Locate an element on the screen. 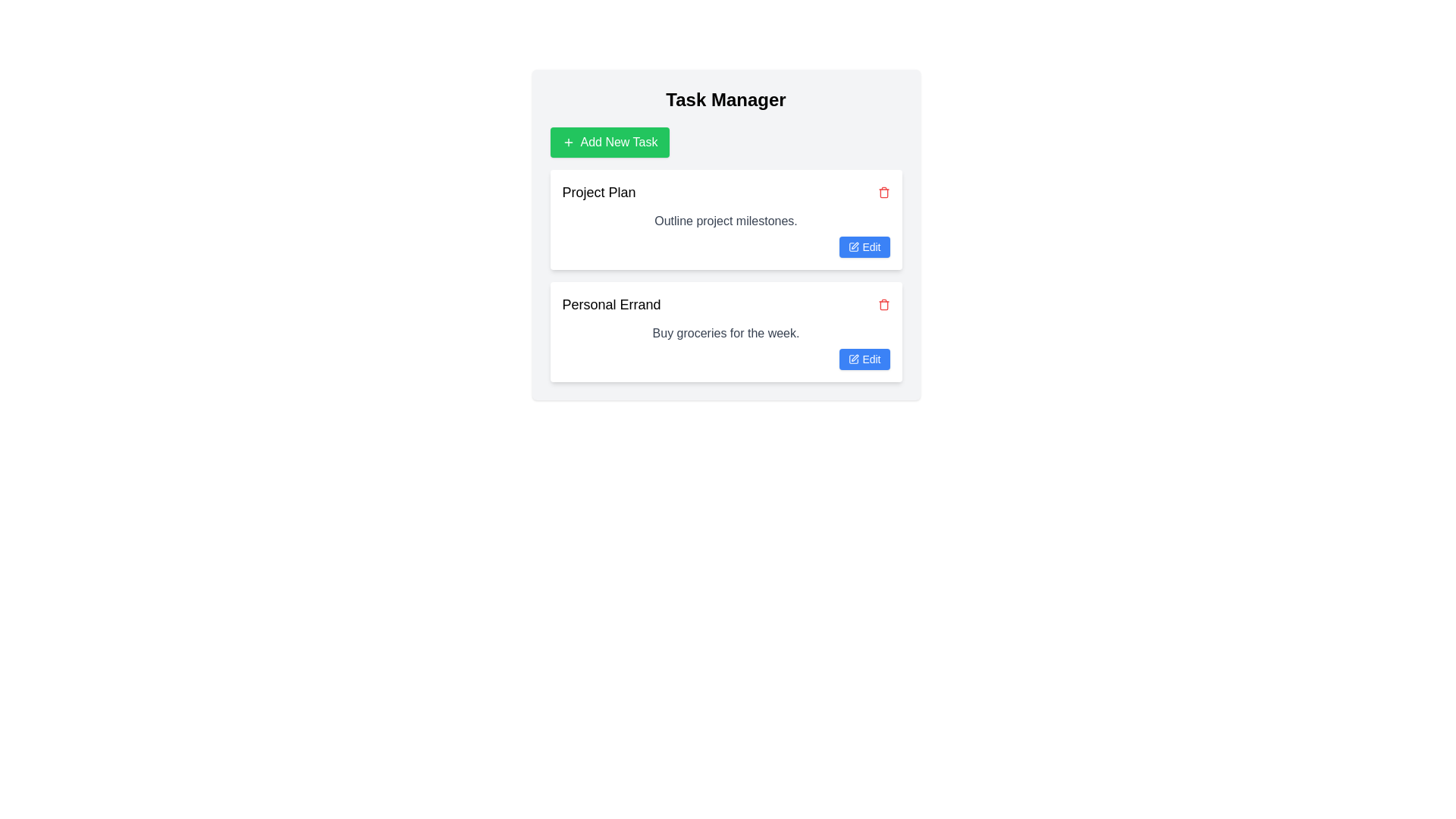 The height and width of the screenshot is (819, 1456). the visual state of the small green plus icon located to the left of the 'Add New Task' text is located at coordinates (567, 143).